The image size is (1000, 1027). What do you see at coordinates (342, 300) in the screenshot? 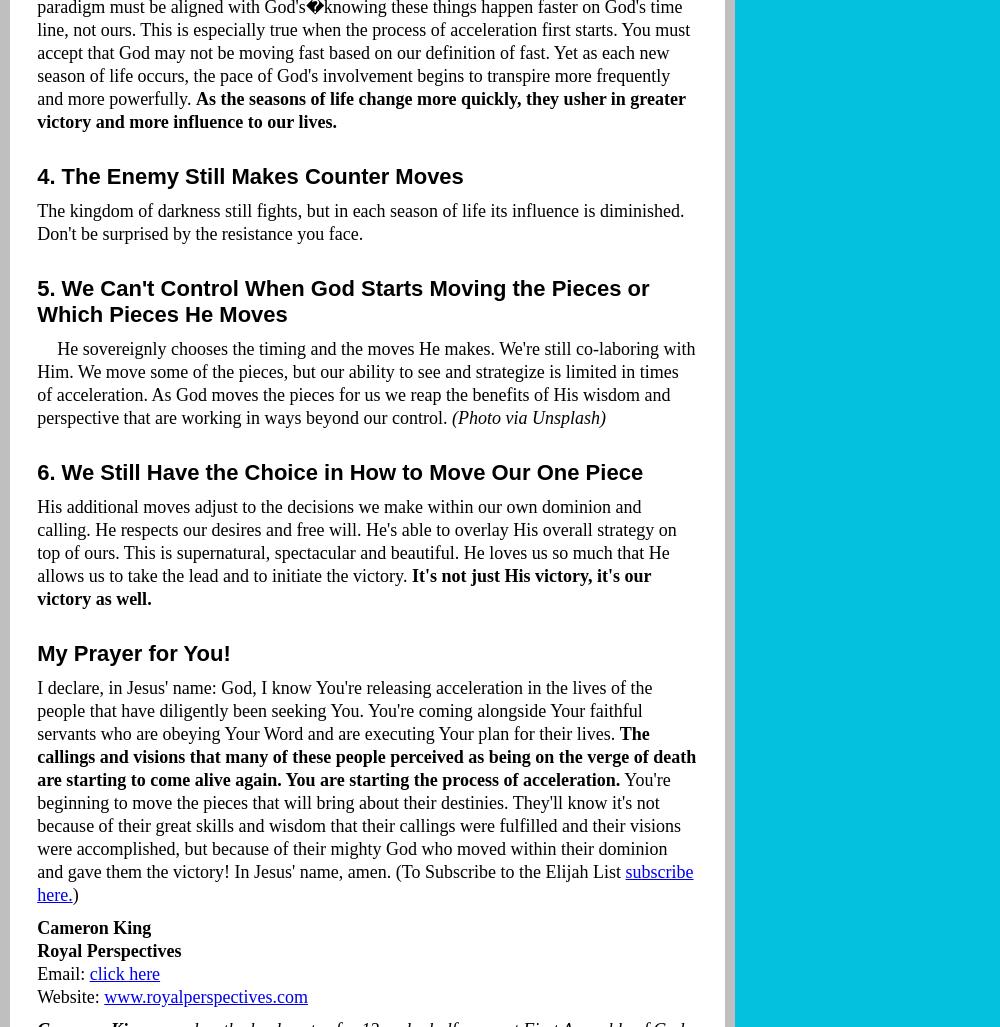
I see `'5. We Can't Control When God Starts Moving the Pieces or Which Pieces He Moves'` at bounding box center [342, 300].